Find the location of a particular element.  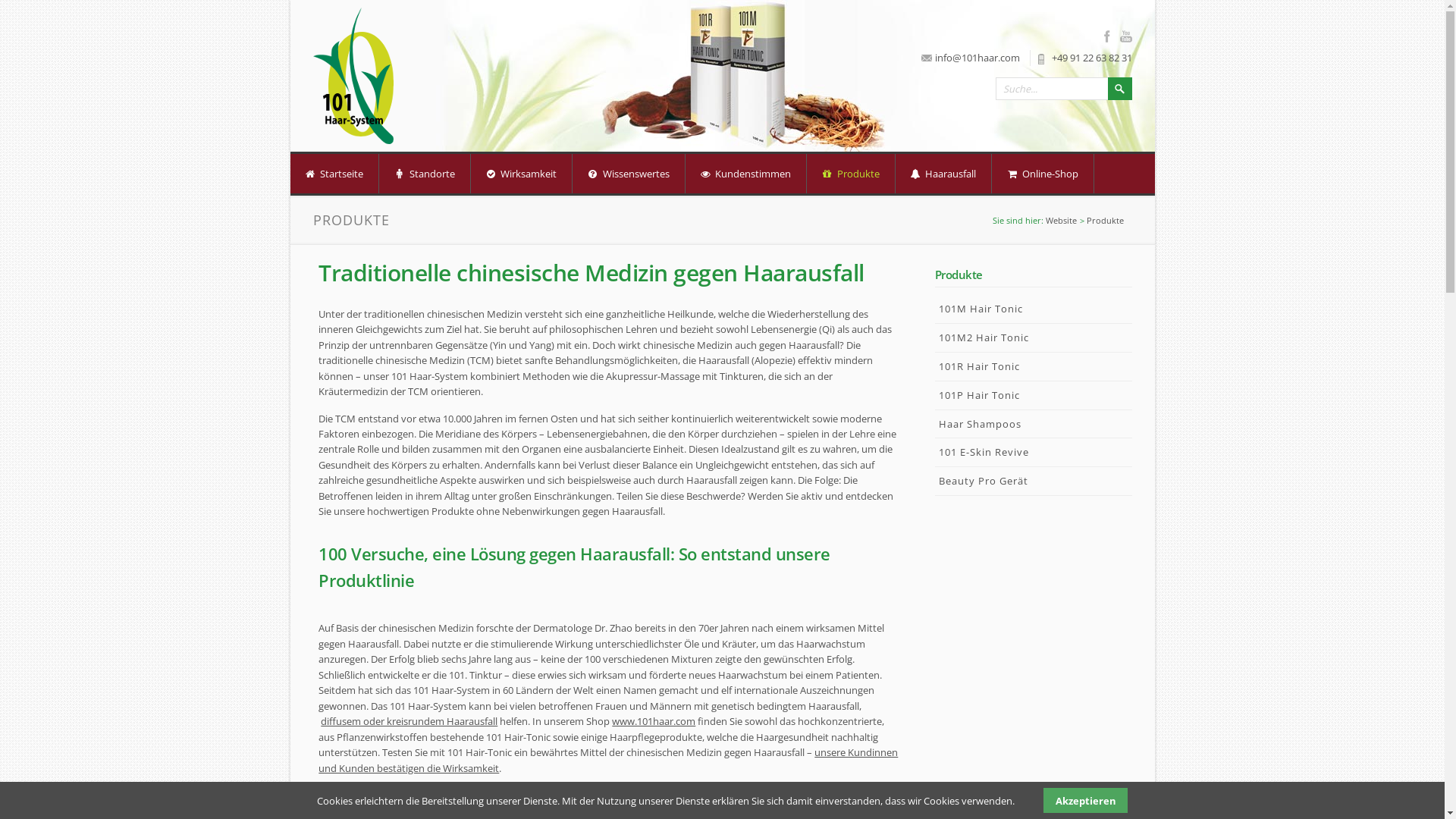

'101M2 Hair Tonic' is located at coordinates (1032, 337).